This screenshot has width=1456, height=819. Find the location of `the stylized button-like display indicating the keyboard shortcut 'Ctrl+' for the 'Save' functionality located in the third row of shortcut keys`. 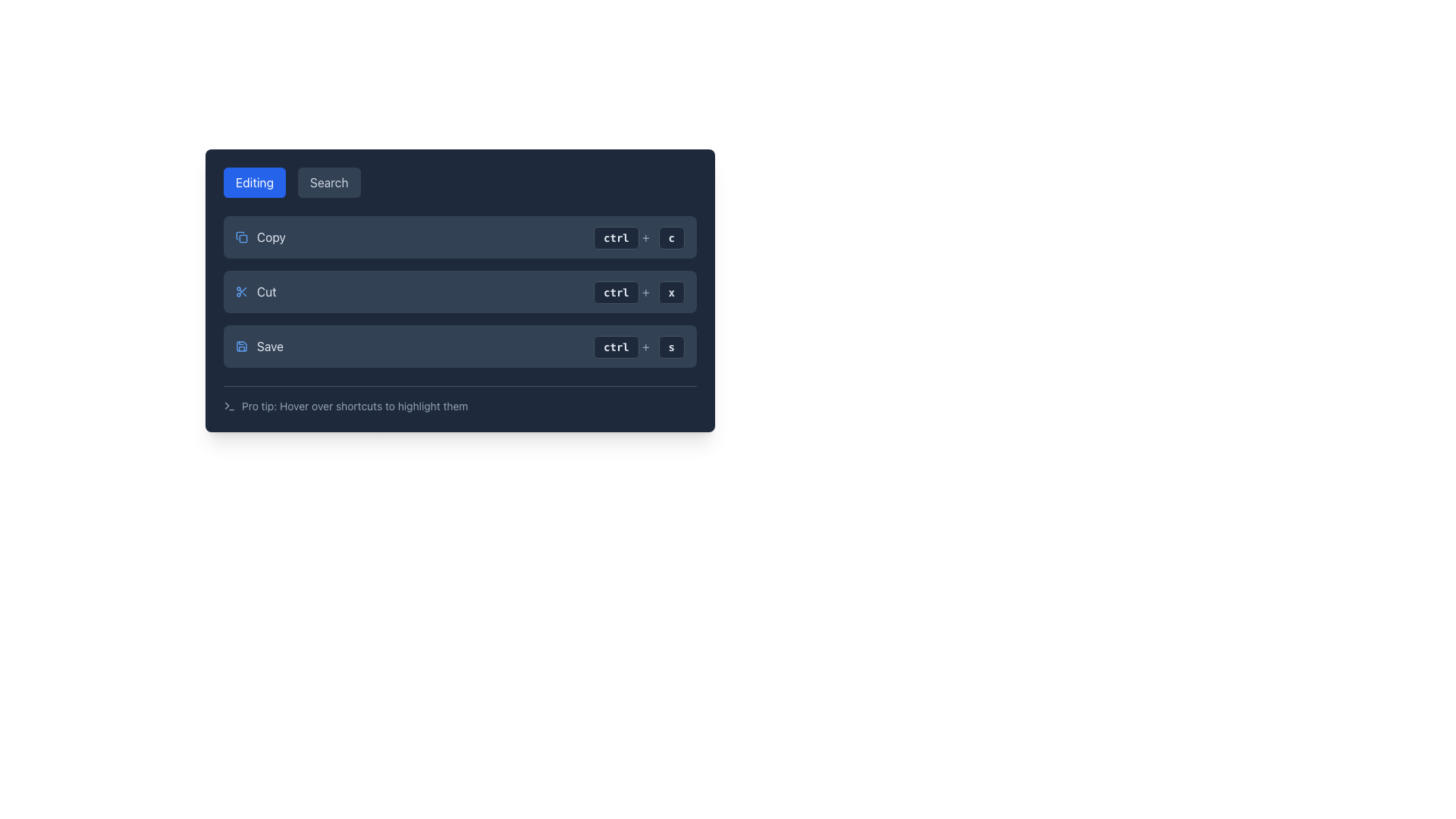

the stylized button-like display indicating the keyboard shortcut 'Ctrl+' for the 'Save' functionality located in the third row of shortcut keys is located at coordinates (623, 346).